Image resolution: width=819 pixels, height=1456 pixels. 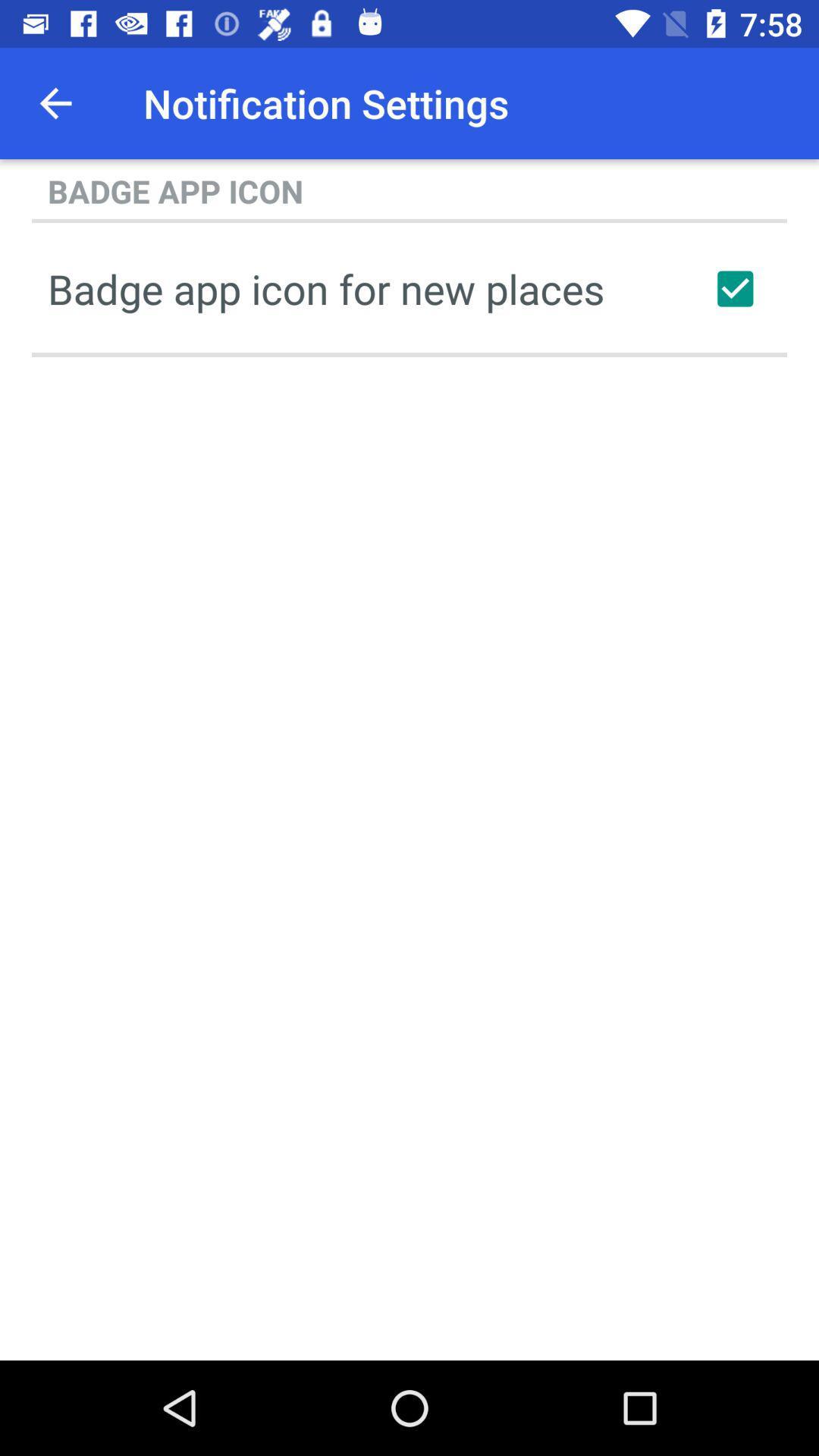 I want to click on the icon next to notification settings icon, so click(x=55, y=102).